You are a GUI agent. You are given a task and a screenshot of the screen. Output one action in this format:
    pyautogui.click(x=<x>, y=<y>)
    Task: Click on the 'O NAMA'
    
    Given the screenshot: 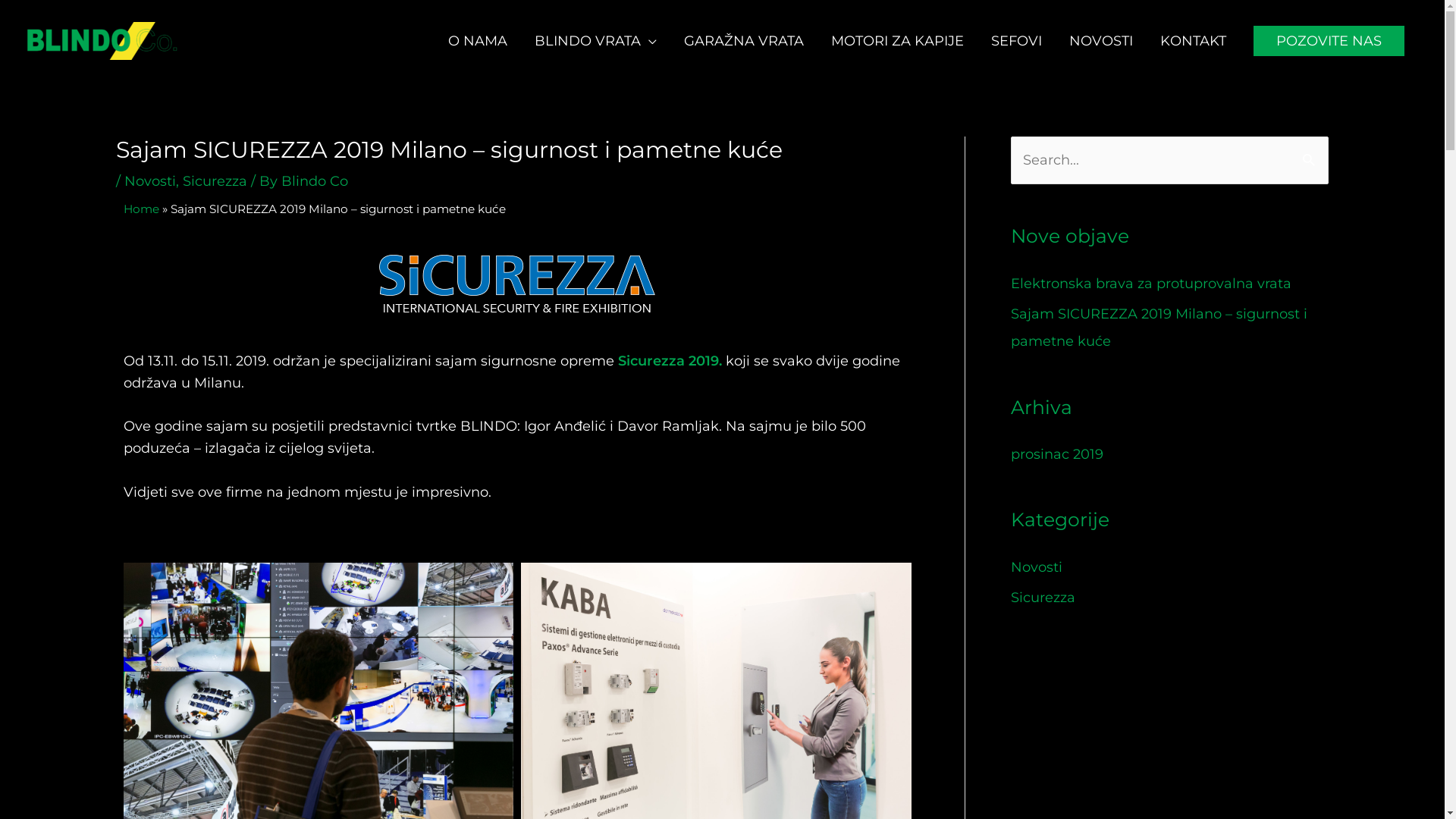 What is the action you would take?
    pyautogui.click(x=476, y=40)
    